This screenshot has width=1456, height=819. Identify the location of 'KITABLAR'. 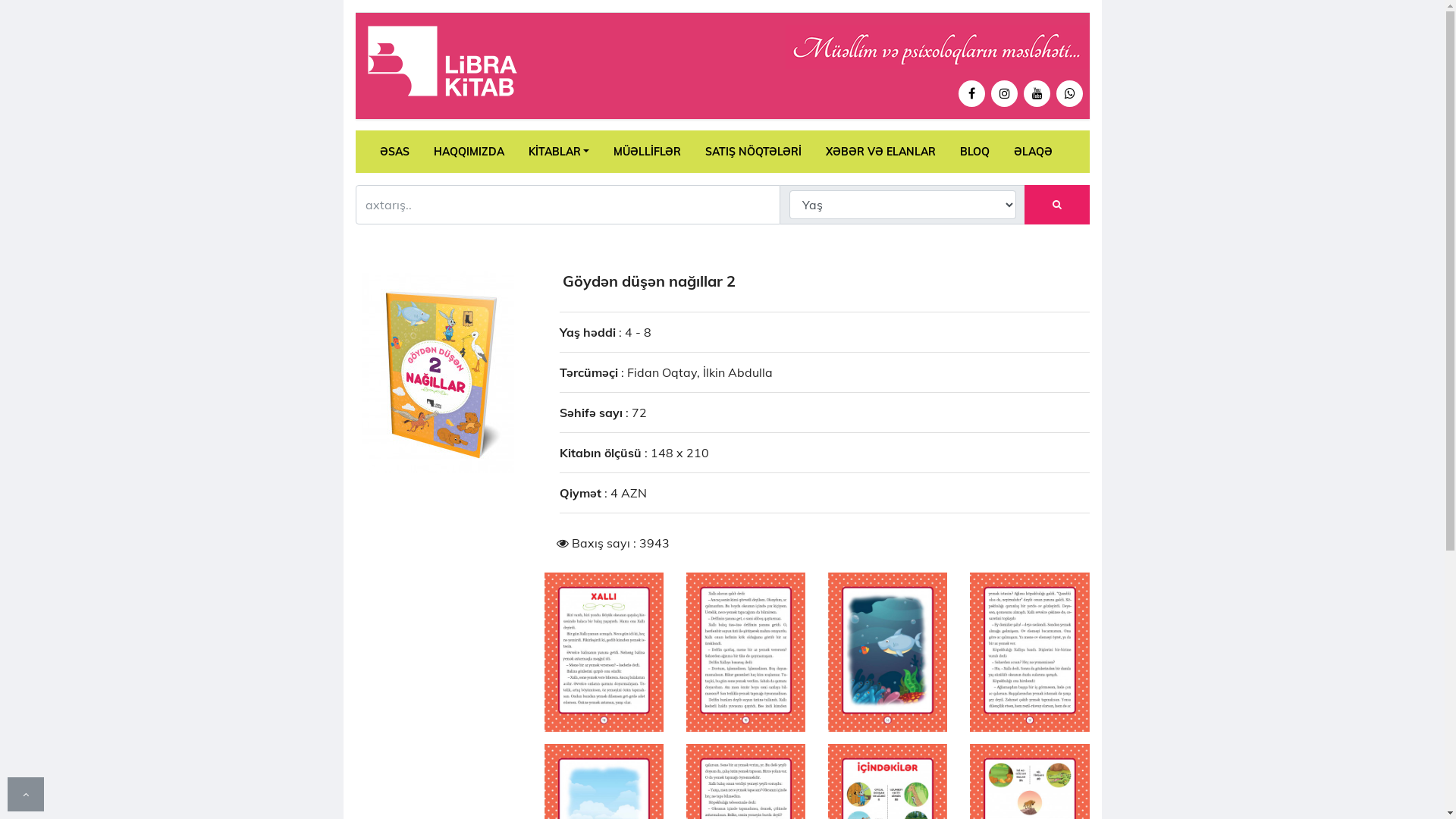
(557, 152).